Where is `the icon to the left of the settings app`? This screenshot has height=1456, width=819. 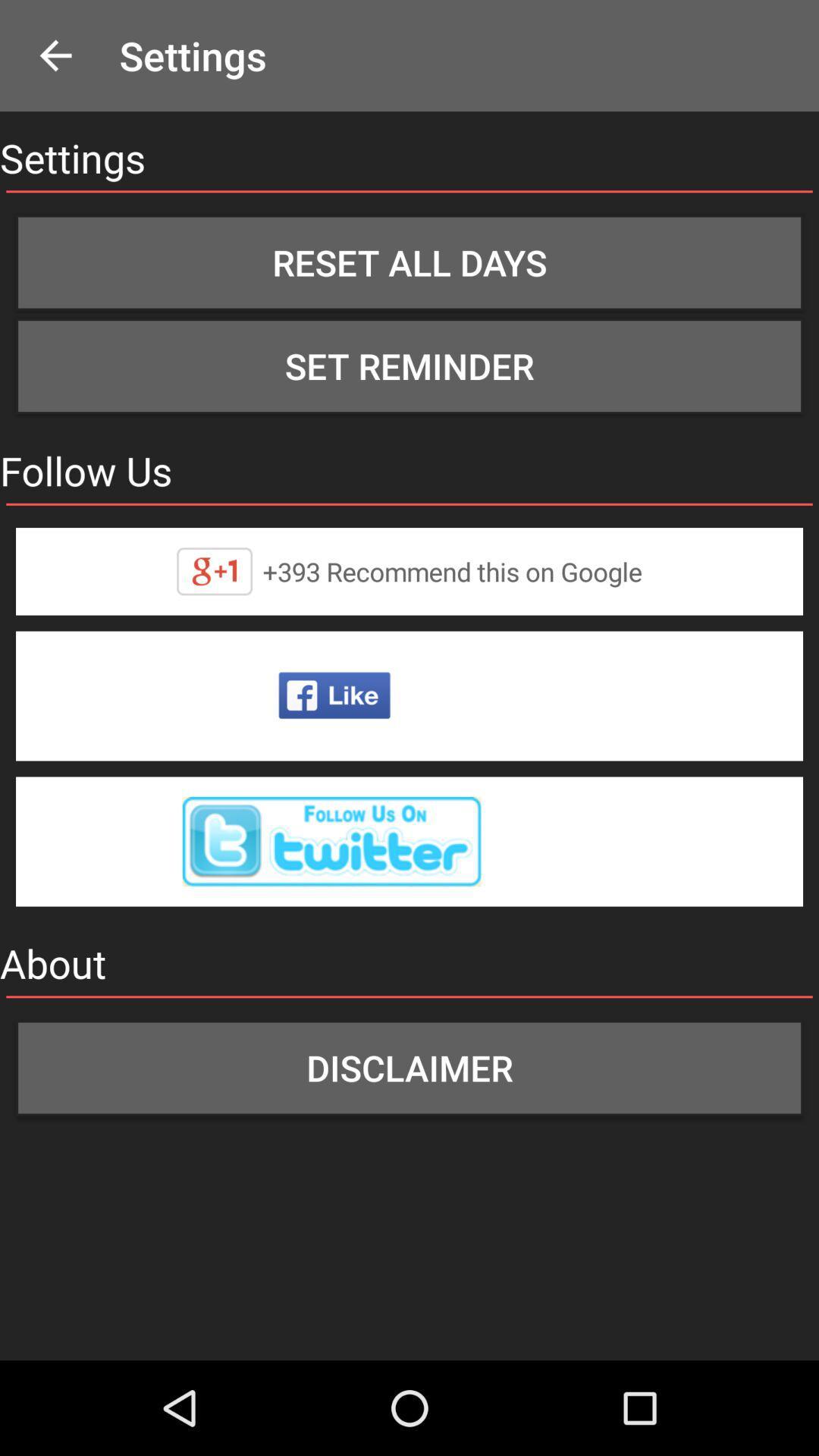
the icon to the left of the settings app is located at coordinates (55, 55).